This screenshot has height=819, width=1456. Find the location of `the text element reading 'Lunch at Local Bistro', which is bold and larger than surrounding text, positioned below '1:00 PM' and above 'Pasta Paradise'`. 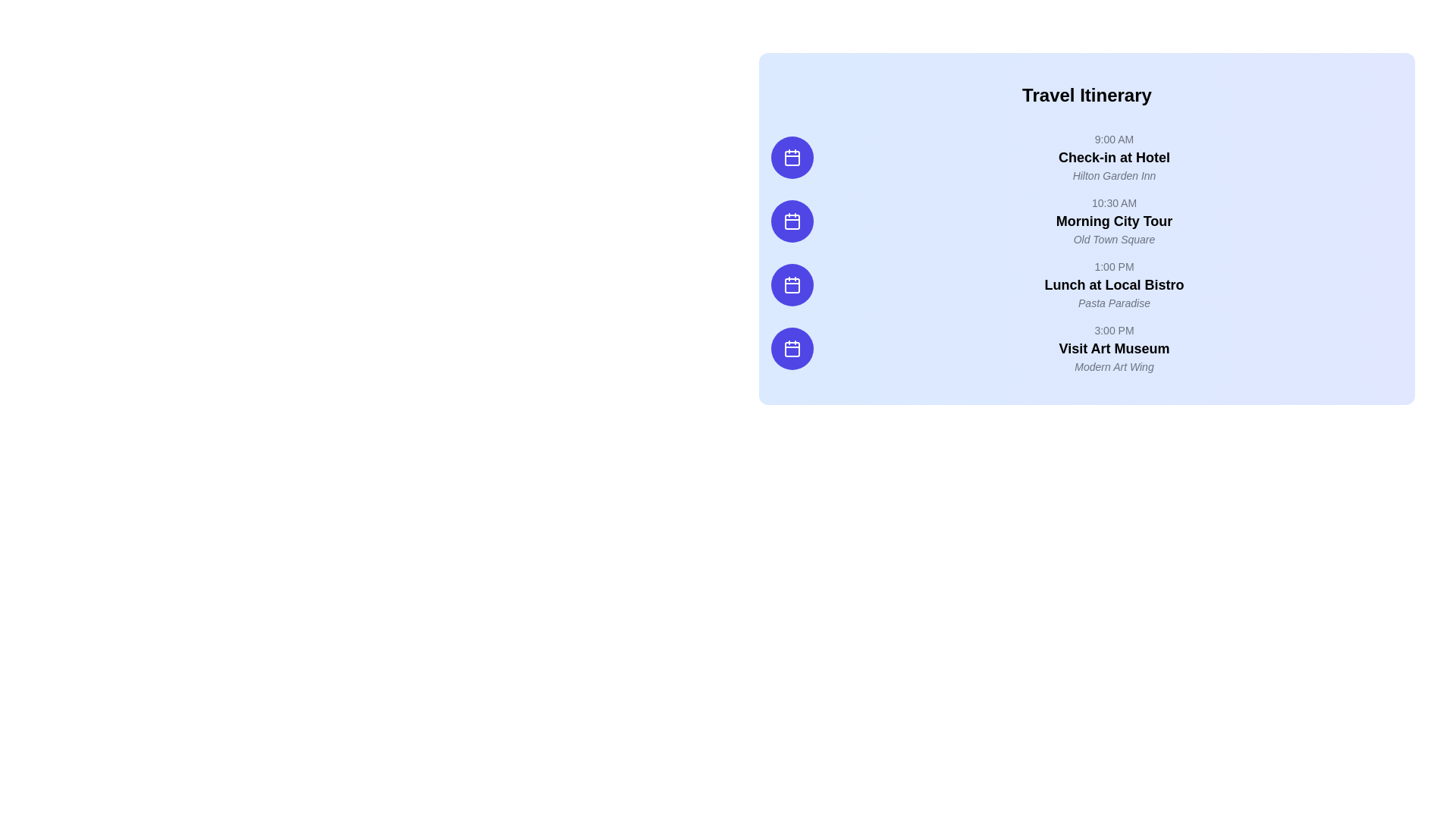

the text element reading 'Lunch at Local Bistro', which is bold and larger than surrounding text, positioned below '1:00 PM' and above 'Pasta Paradise' is located at coordinates (1114, 284).